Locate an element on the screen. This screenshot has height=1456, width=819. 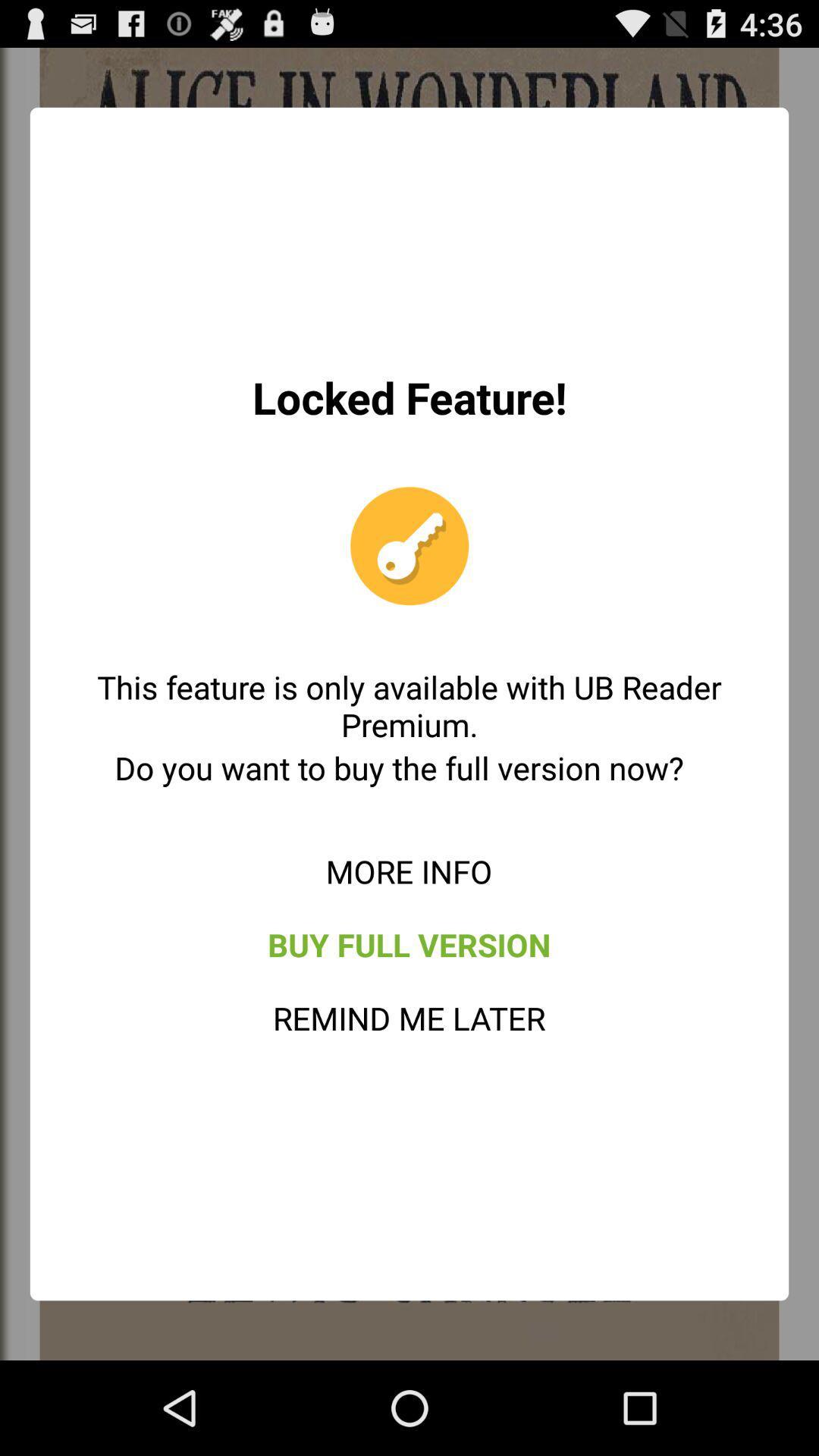
the app below buy full version is located at coordinates (408, 1018).